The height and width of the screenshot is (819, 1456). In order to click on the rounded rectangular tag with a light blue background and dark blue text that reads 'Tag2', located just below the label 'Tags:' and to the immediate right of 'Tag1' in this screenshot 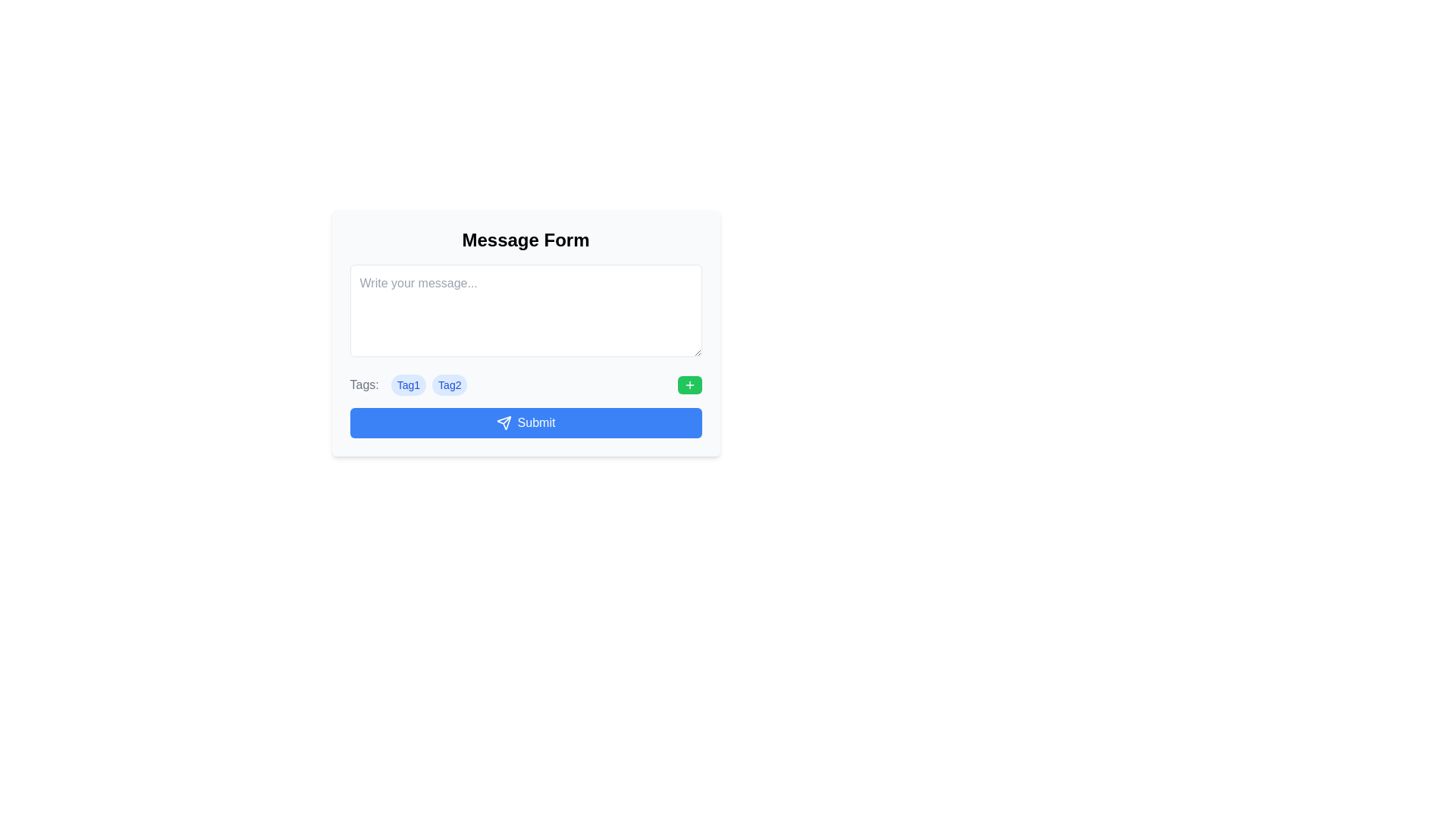, I will do `click(449, 384)`.